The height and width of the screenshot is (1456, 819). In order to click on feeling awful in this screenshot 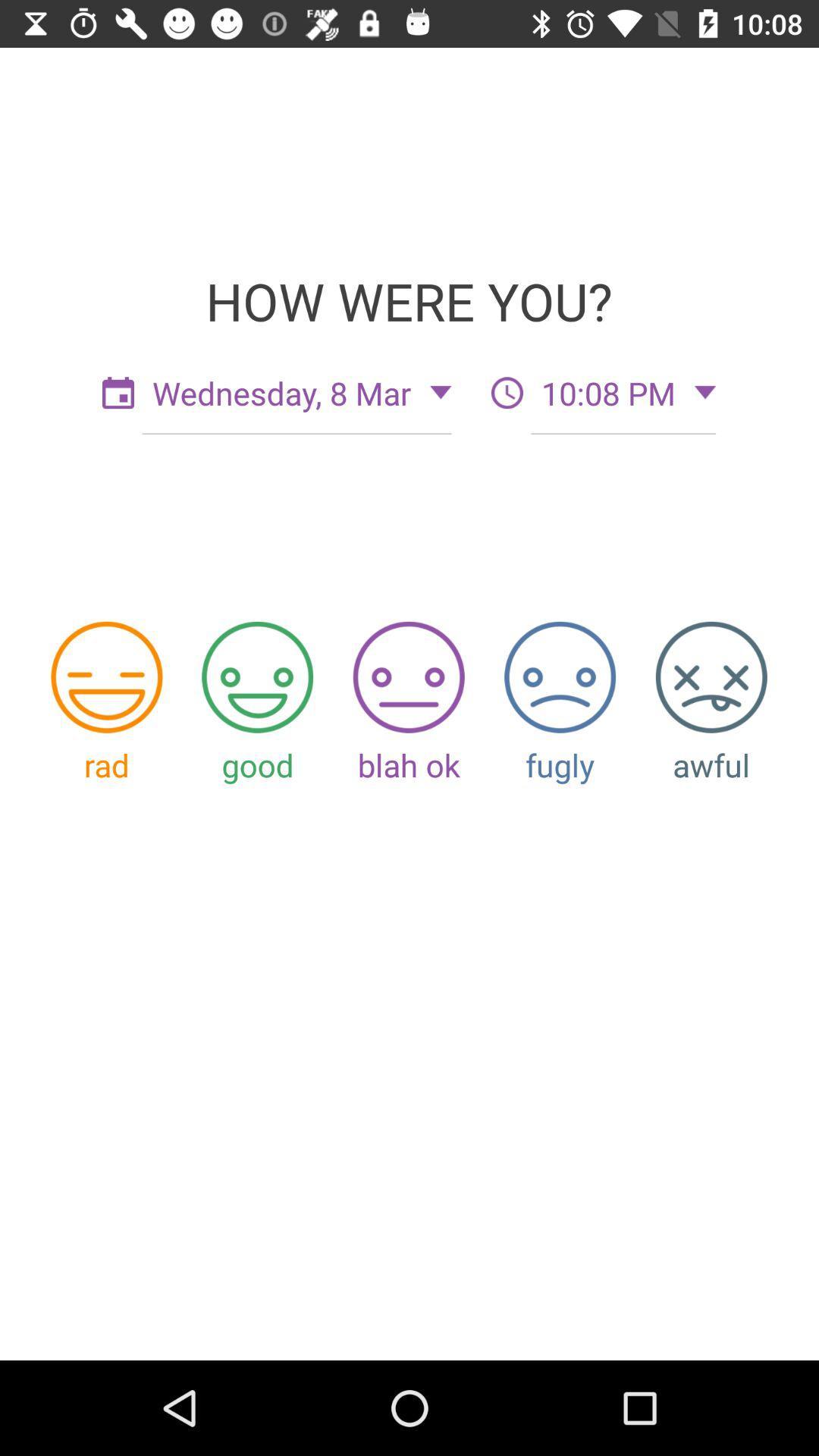, I will do `click(711, 676)`.